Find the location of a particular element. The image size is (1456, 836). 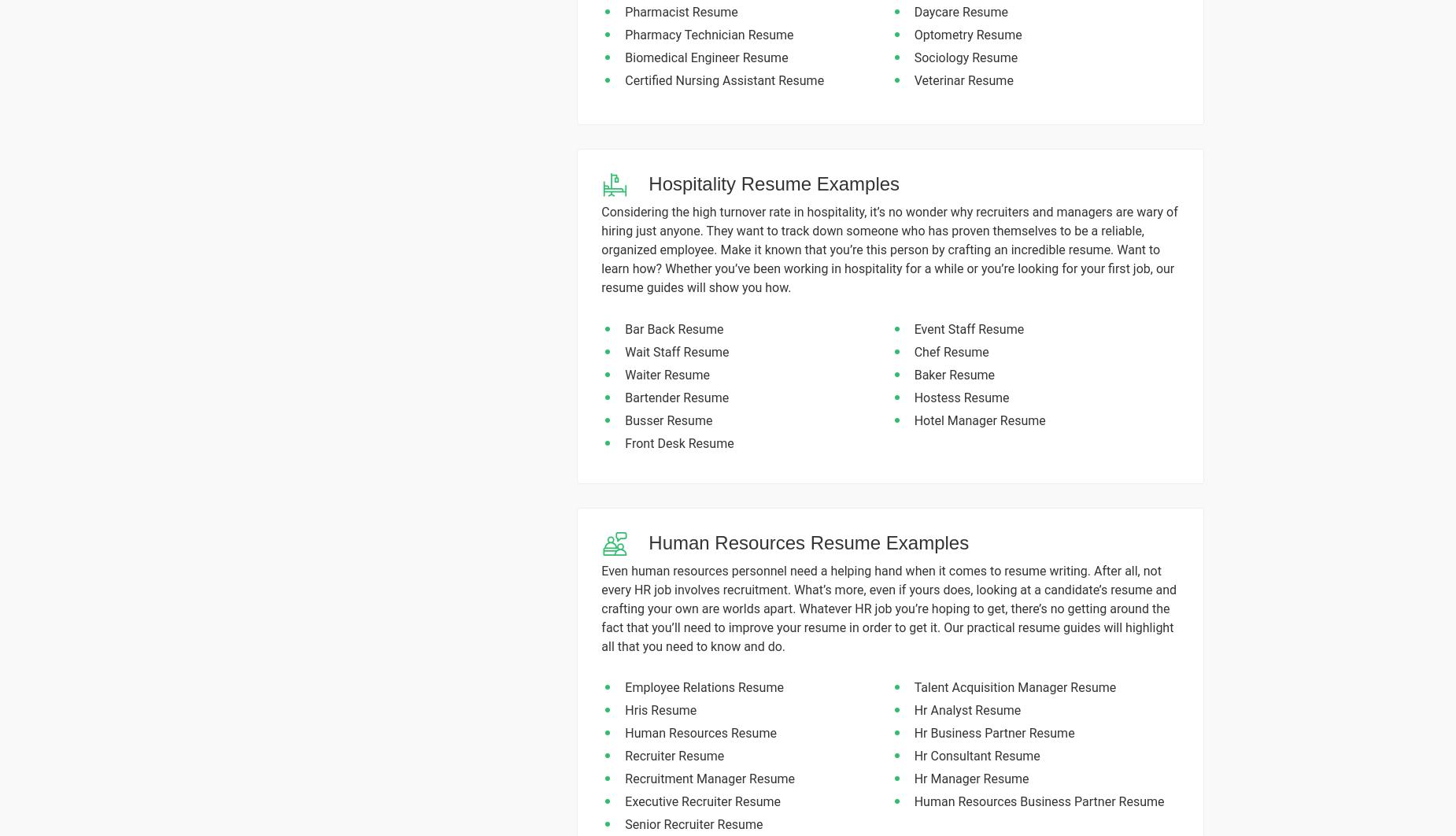

'Considering the high turnover rate in hospitality, it’s no wonder why recruiters and managers are wary of hiring just anyone. They want to track down someone who has proven themselves to be a reliable, organized employee. Make it known that you’re this person by crafting an incredible resume. Want to learn how? Whether you’ve been working in hospitality for a while or you’re looking for your first job, our resume guides will show you how.' is located at coordinates (888, 248).